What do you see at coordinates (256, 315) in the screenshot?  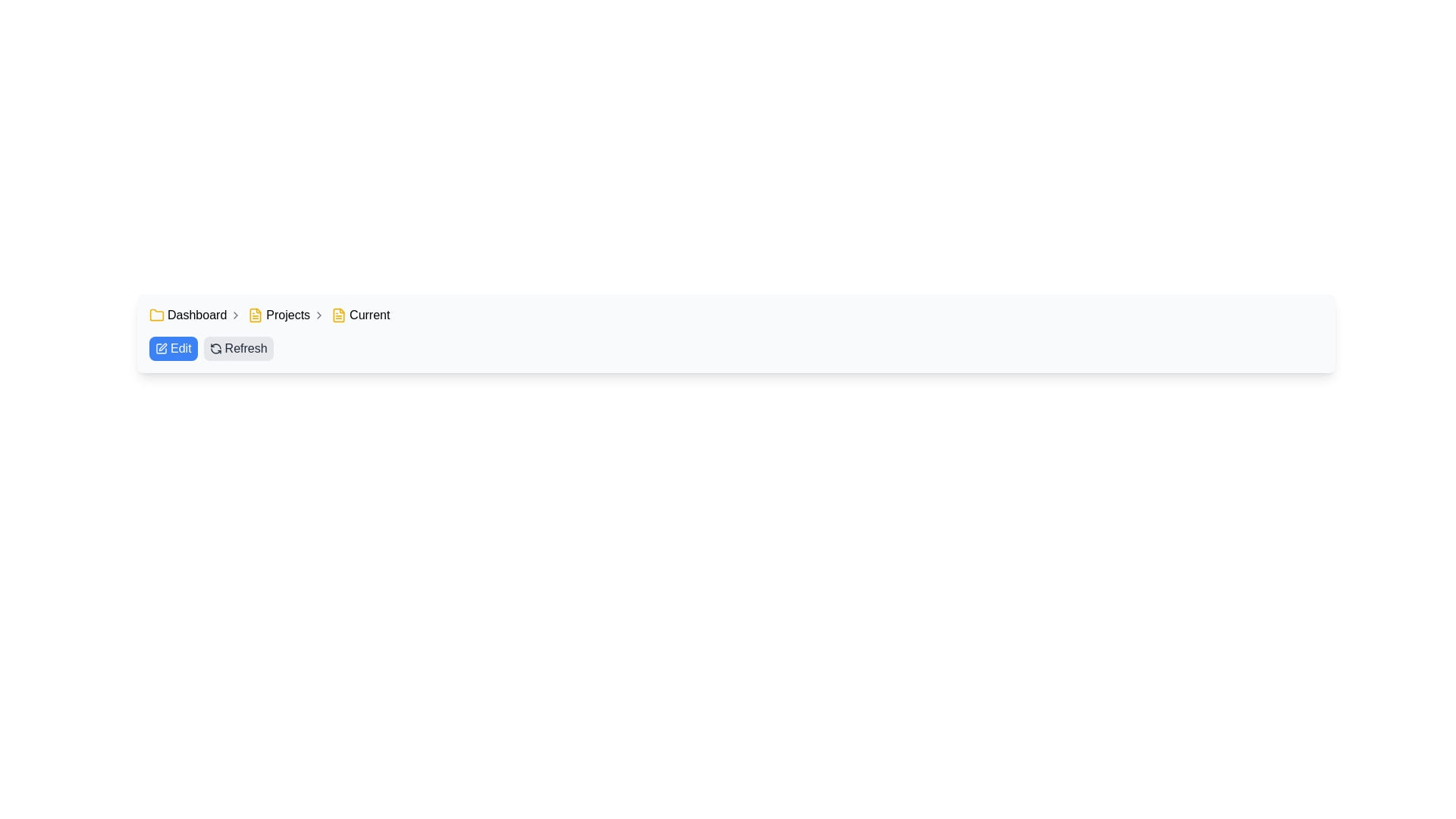 I see `the yellow document icon located to the left of the 'Projects' label in the breadcrumb navigation` at bounding box center [256, 315].